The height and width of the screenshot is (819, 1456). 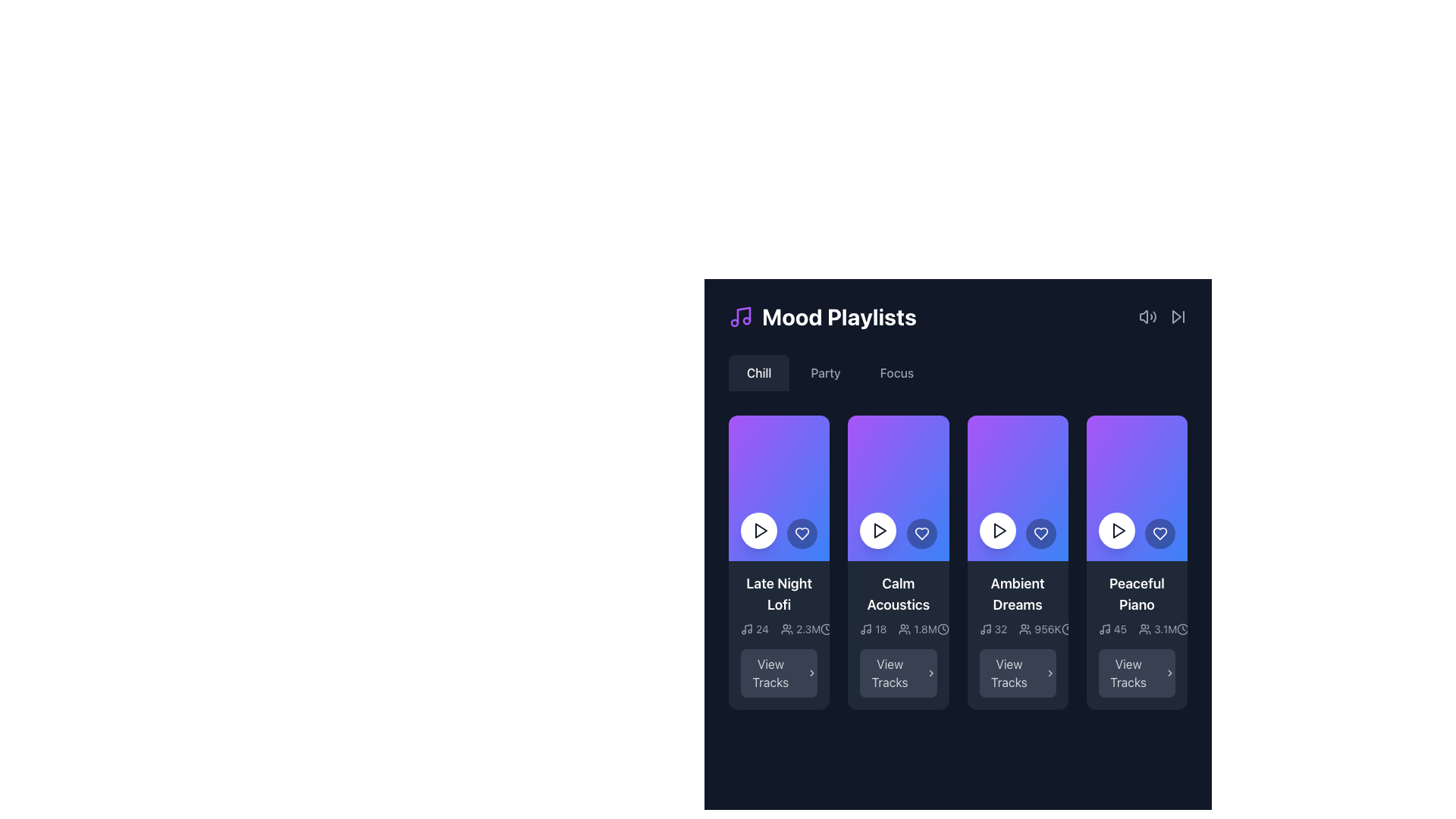 I want to click on the rightward-pointing arrow icon within the 'View Tracks' button of the 'Peaceful Piano' card to trigger any visual or interactive effects, so click(x=1169, y=672).